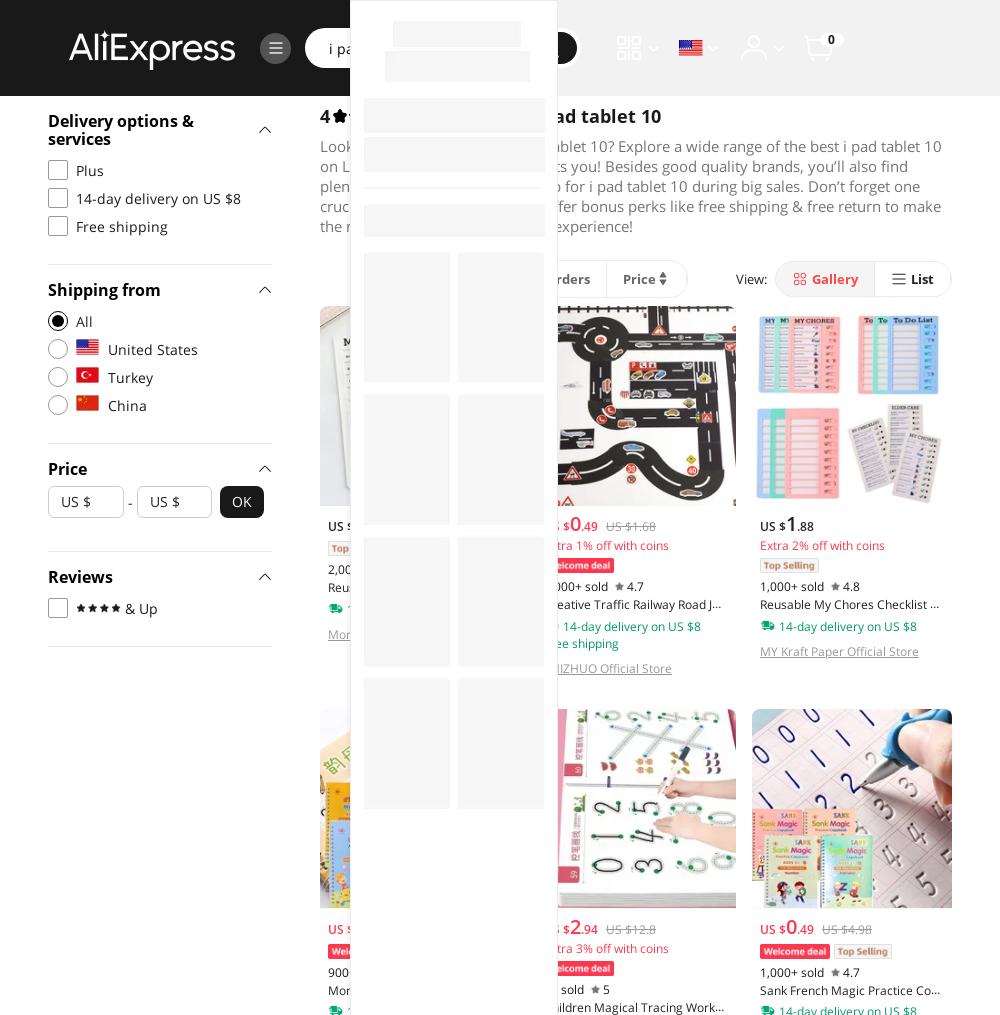 This screenshot has width=1000, height=1015. I want to click on 'Extra 2% off with coins', so click(820, 544).